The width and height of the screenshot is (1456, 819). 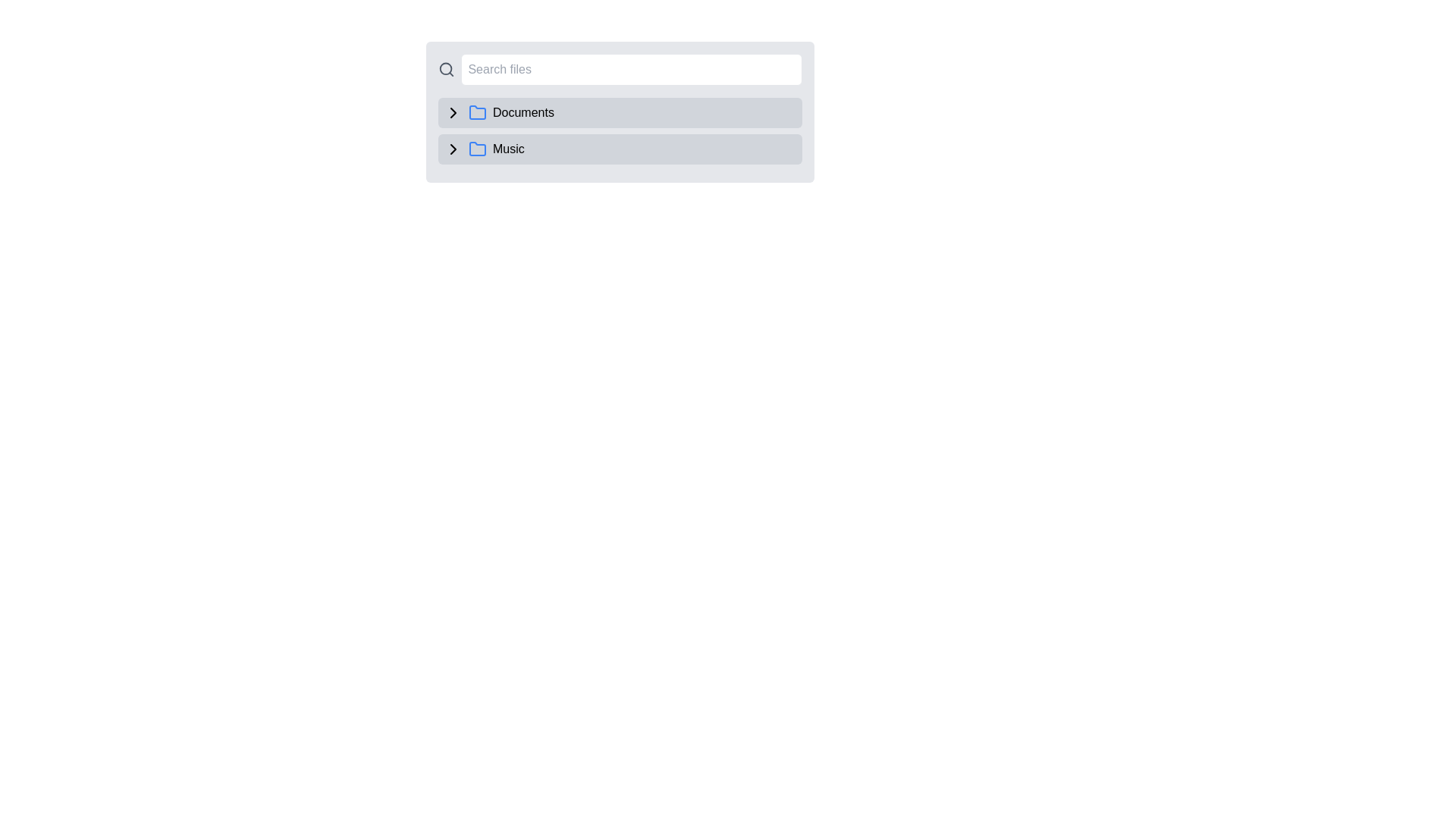 I want to click on the list item labeled 'Music' in the navigation panel, so click(x=620, y=149).